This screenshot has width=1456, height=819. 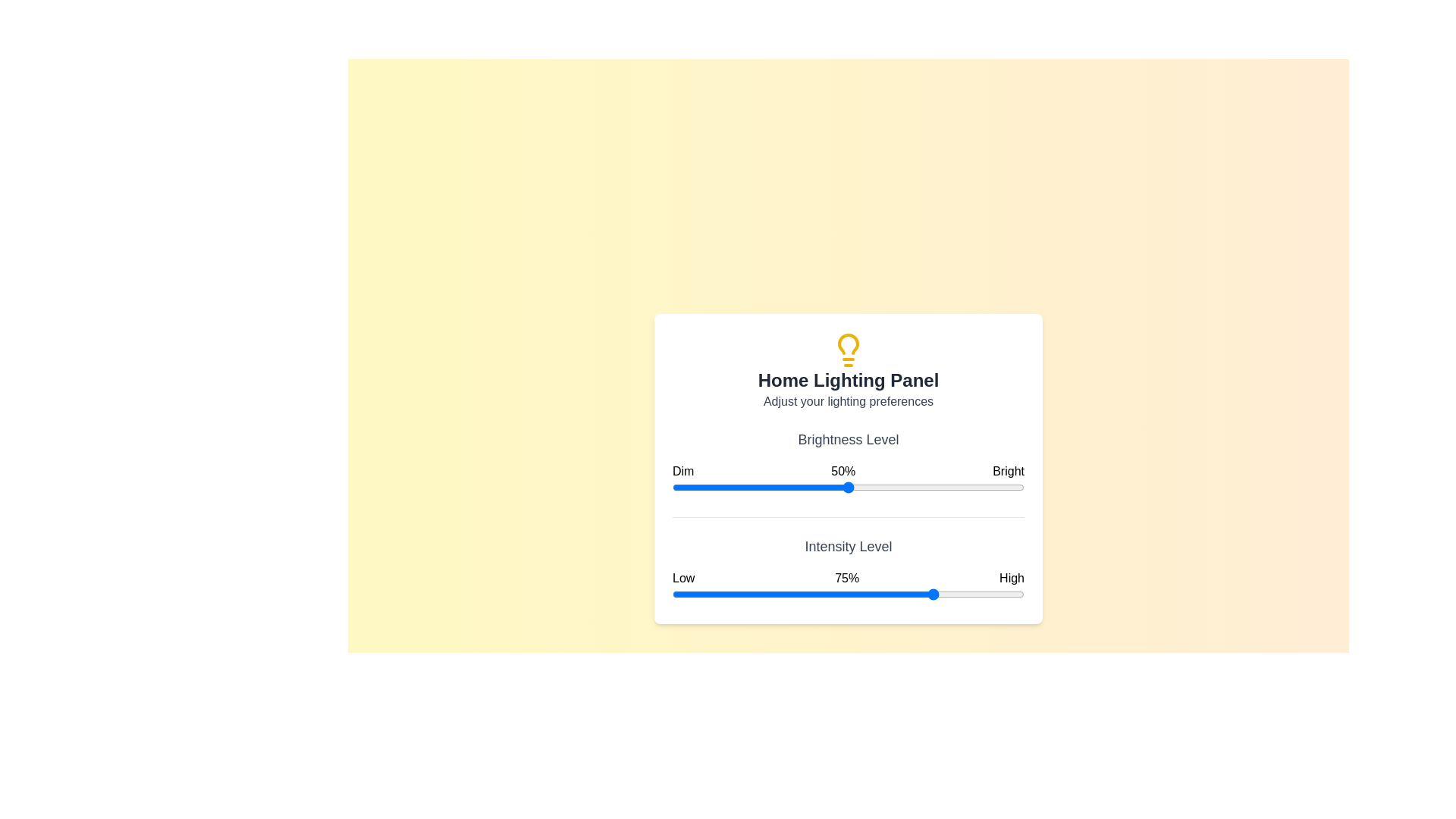 What do you see at coordinates (739, 487) in the screenshot?
I see `brightness` at bounding box center [739, 487].